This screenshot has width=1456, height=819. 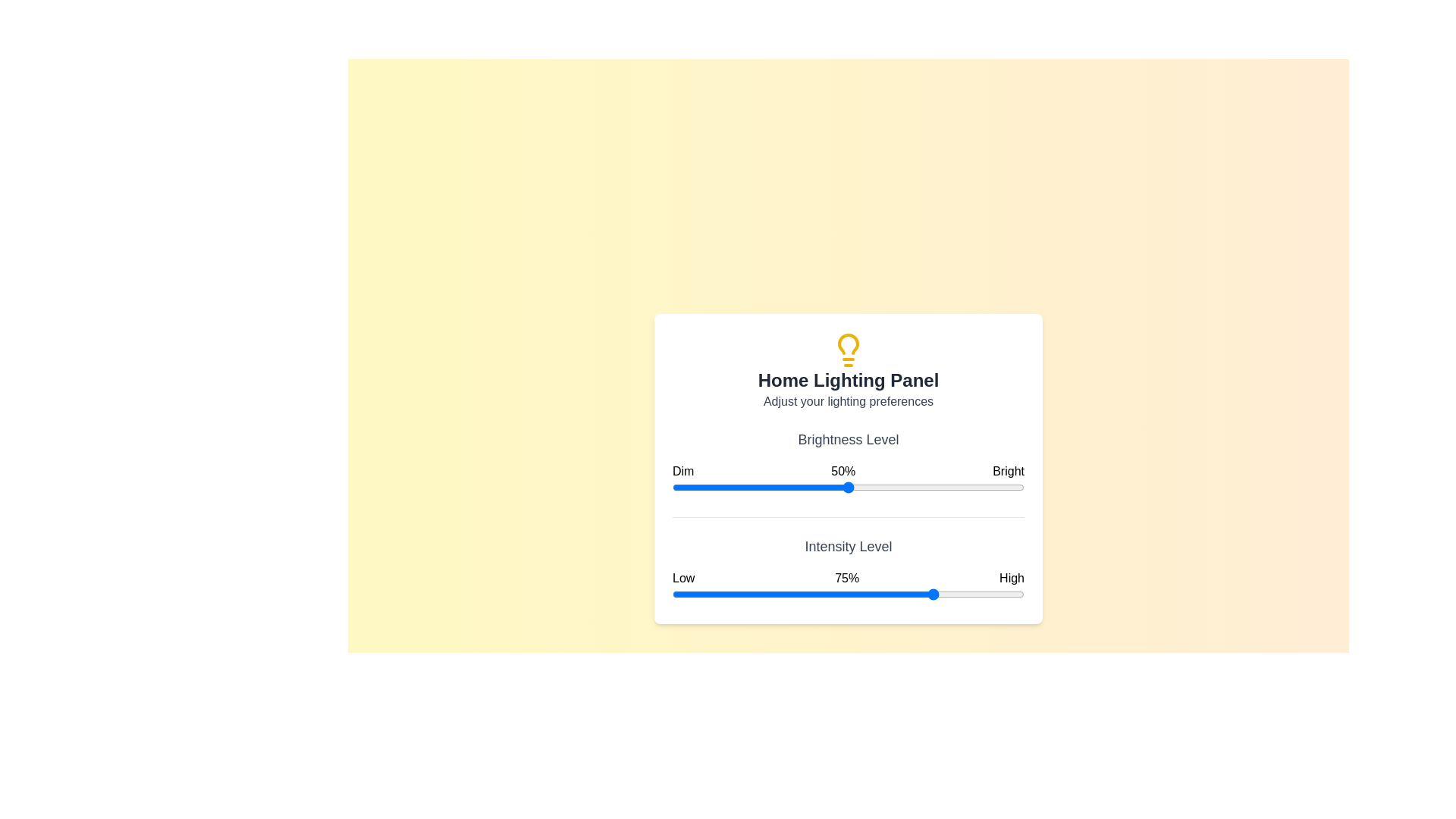 What do you see at coordinates (739, 487) in the screenshot?
I see `brightness` at bounding box center [739, 487].